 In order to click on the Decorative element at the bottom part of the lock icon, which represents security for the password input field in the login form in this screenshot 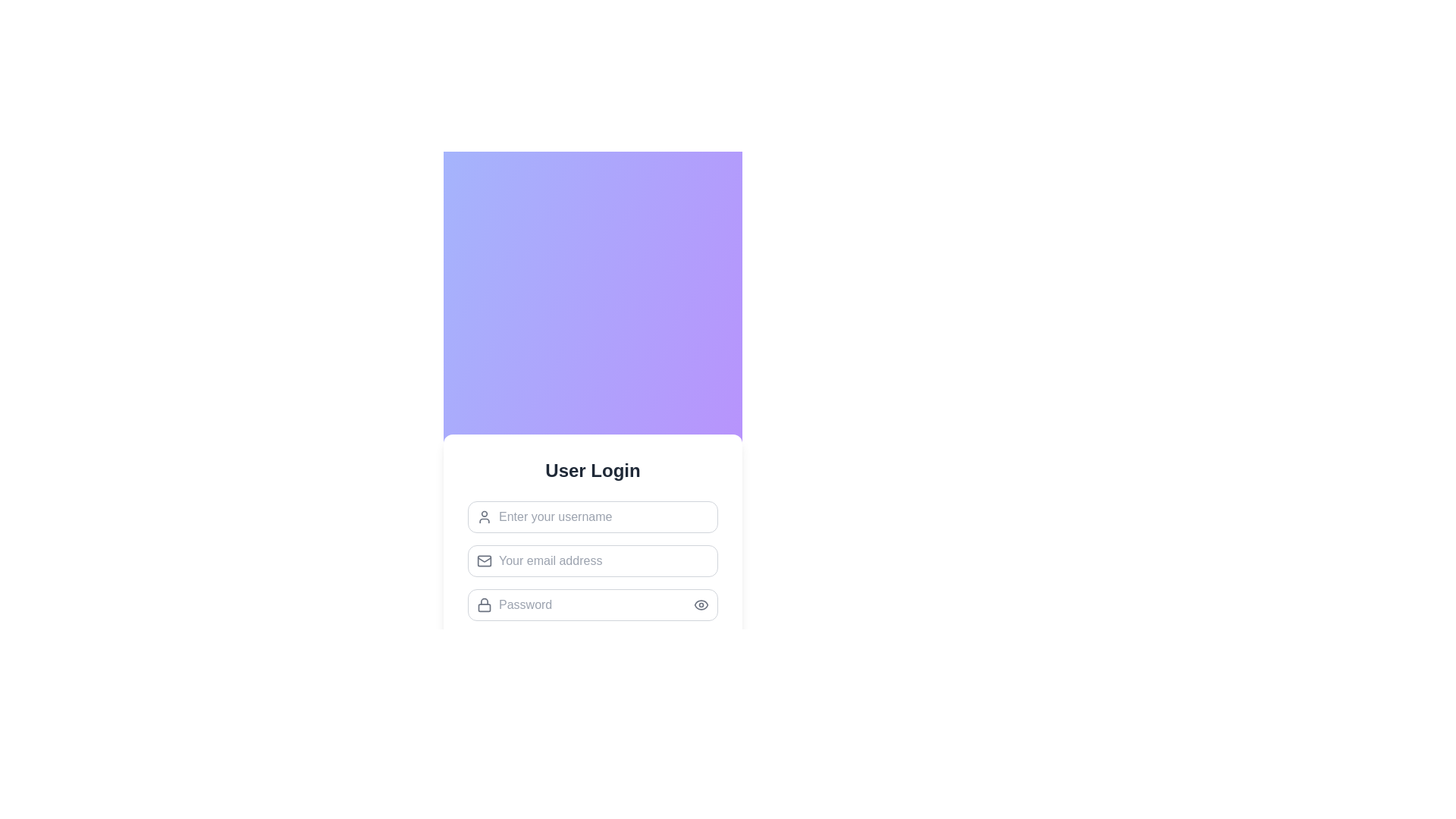, I will do `click(483, 607)`.